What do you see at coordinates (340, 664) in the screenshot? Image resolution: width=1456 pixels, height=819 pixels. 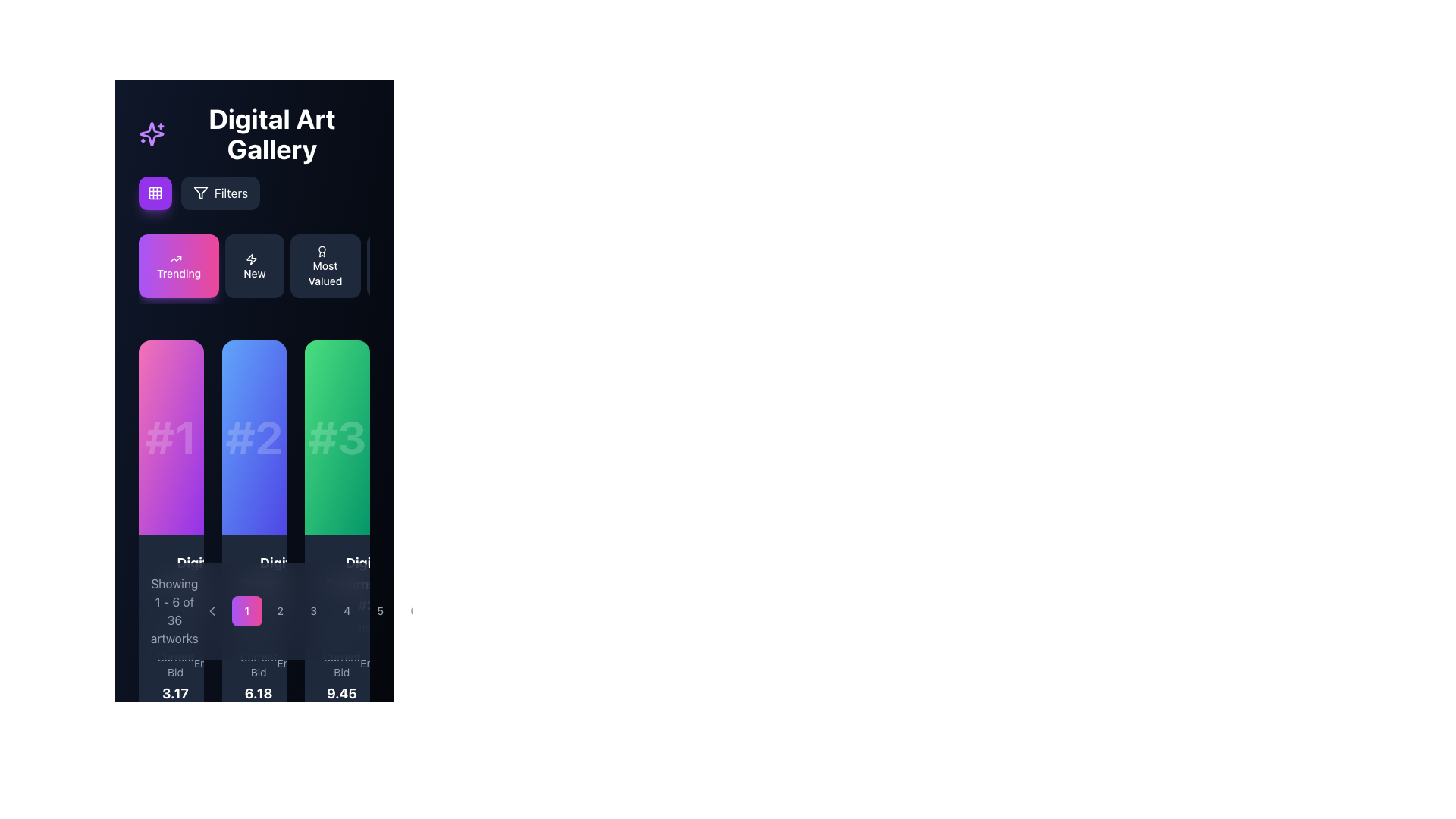 I see `text label that provides context for the bid amount '9.45 ETH', located beneath card '#3' in the third column` at bounding box center [340, 664].